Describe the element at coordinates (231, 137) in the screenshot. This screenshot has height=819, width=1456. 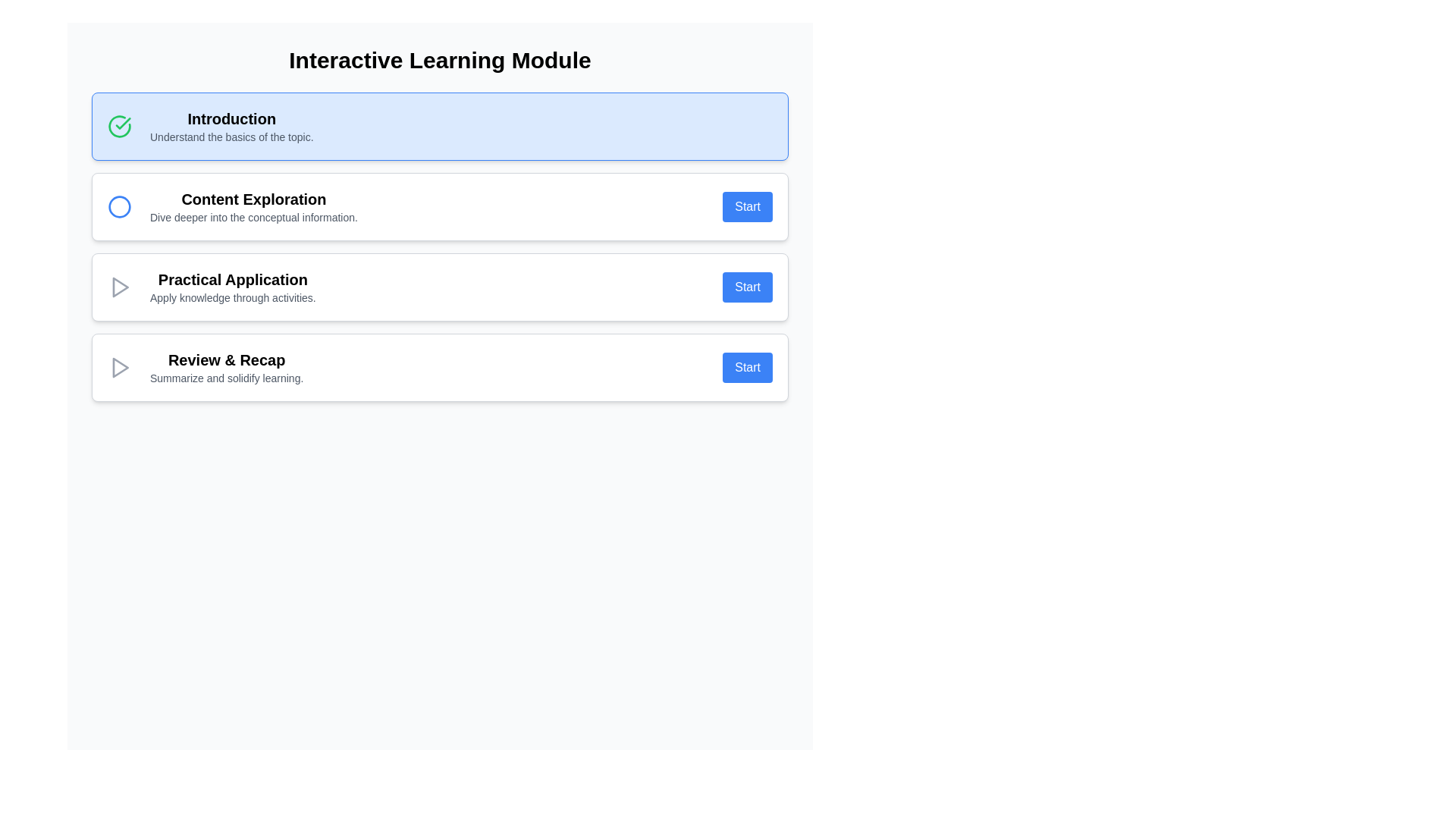
I see `the label component that provides a brief description or summary beneath the 'Introduction' title in the interactive learning module interface` at that location.